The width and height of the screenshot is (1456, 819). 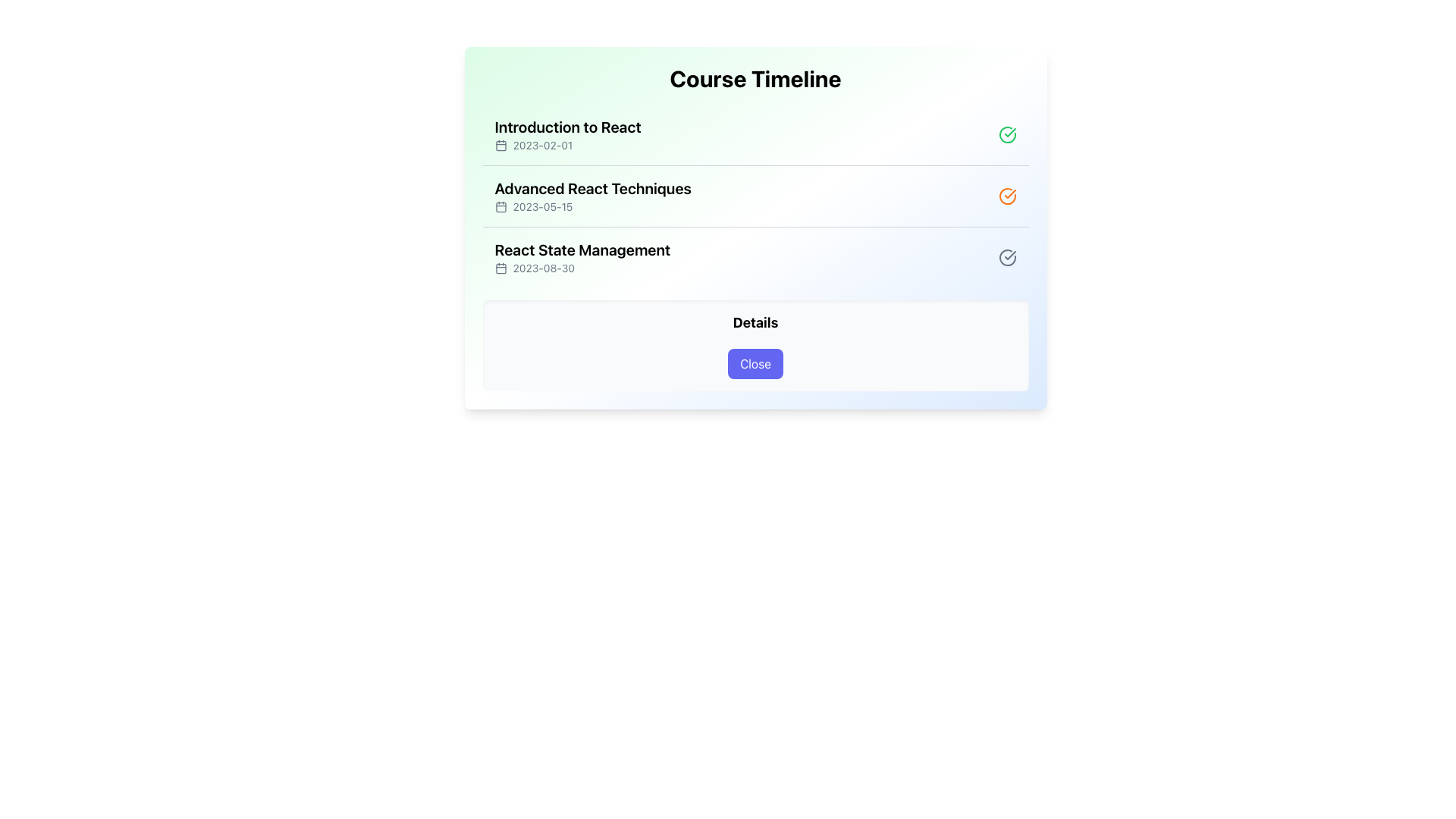 I want to click on the Text Display element that shows the title of the course or event, specifically located in the second position of the course timeline list, between 'Introduction to React' and 'React State Management', so click(x=592, y=188).